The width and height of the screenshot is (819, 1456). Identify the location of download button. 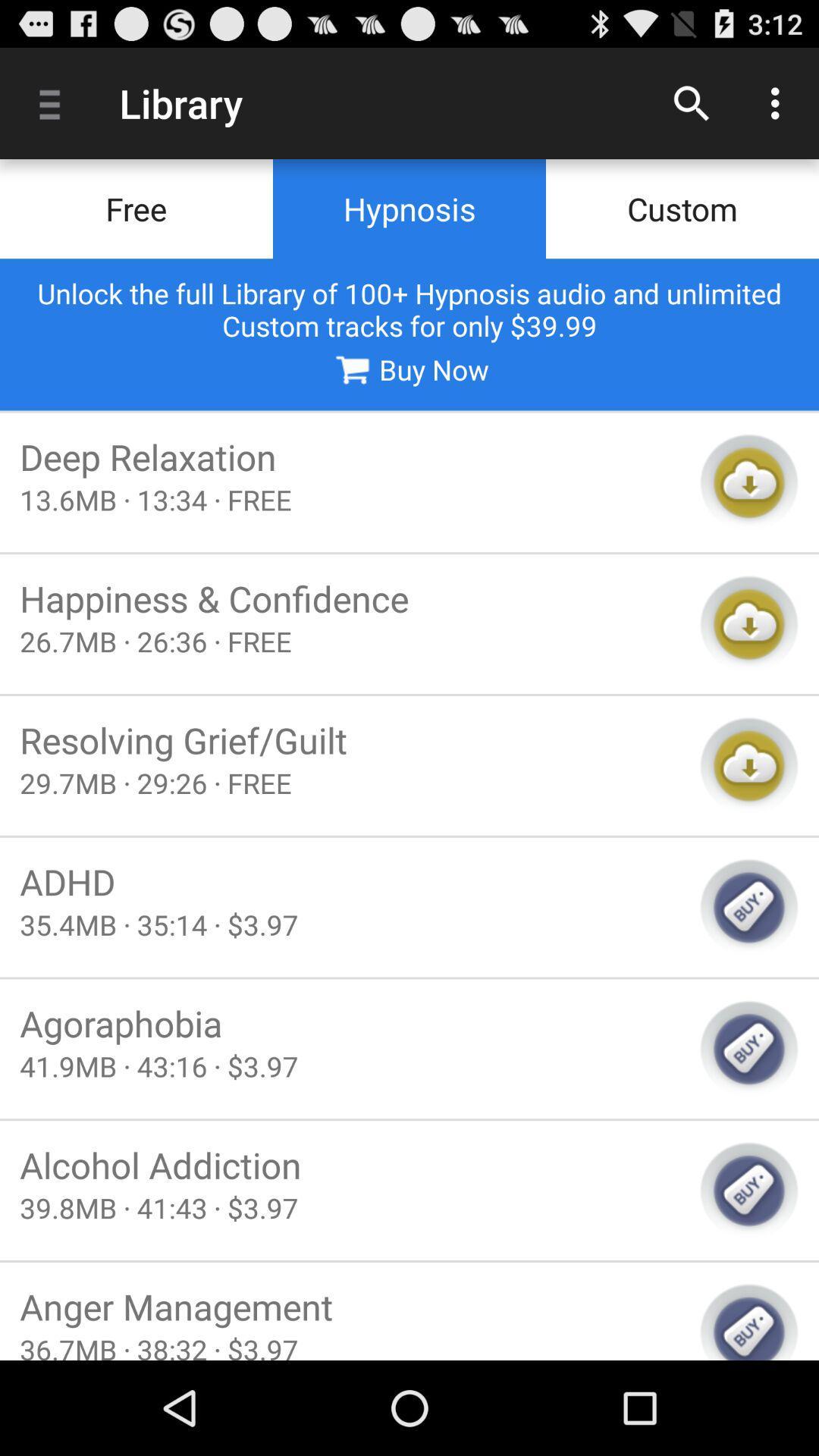
(748, 765).